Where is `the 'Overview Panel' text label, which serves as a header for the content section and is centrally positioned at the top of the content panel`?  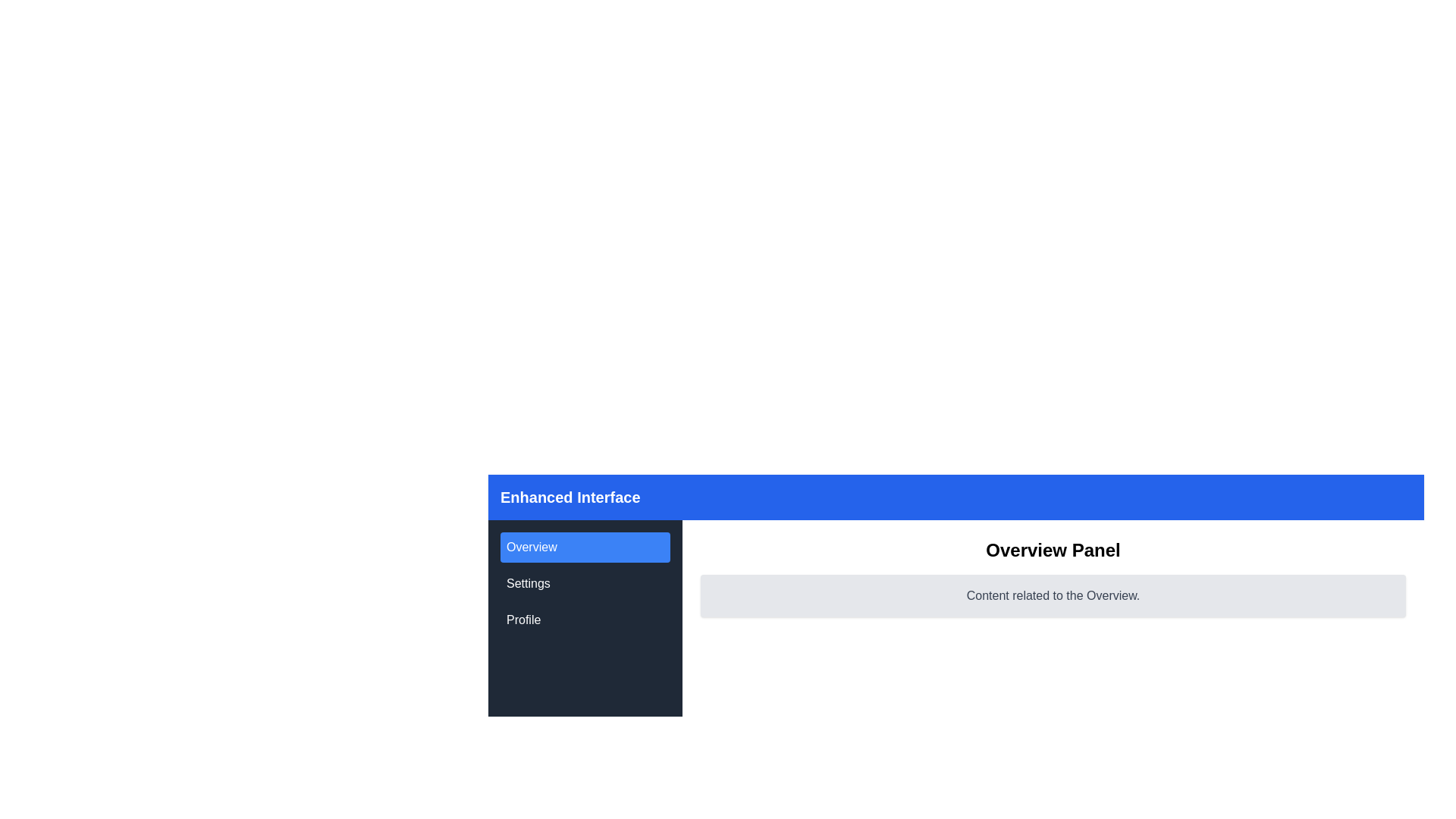
the 'Overview Panel' text label, which serves as a header for the content section and is centrally positioned at the top of the content panel is located at coordinates (1052, 550).